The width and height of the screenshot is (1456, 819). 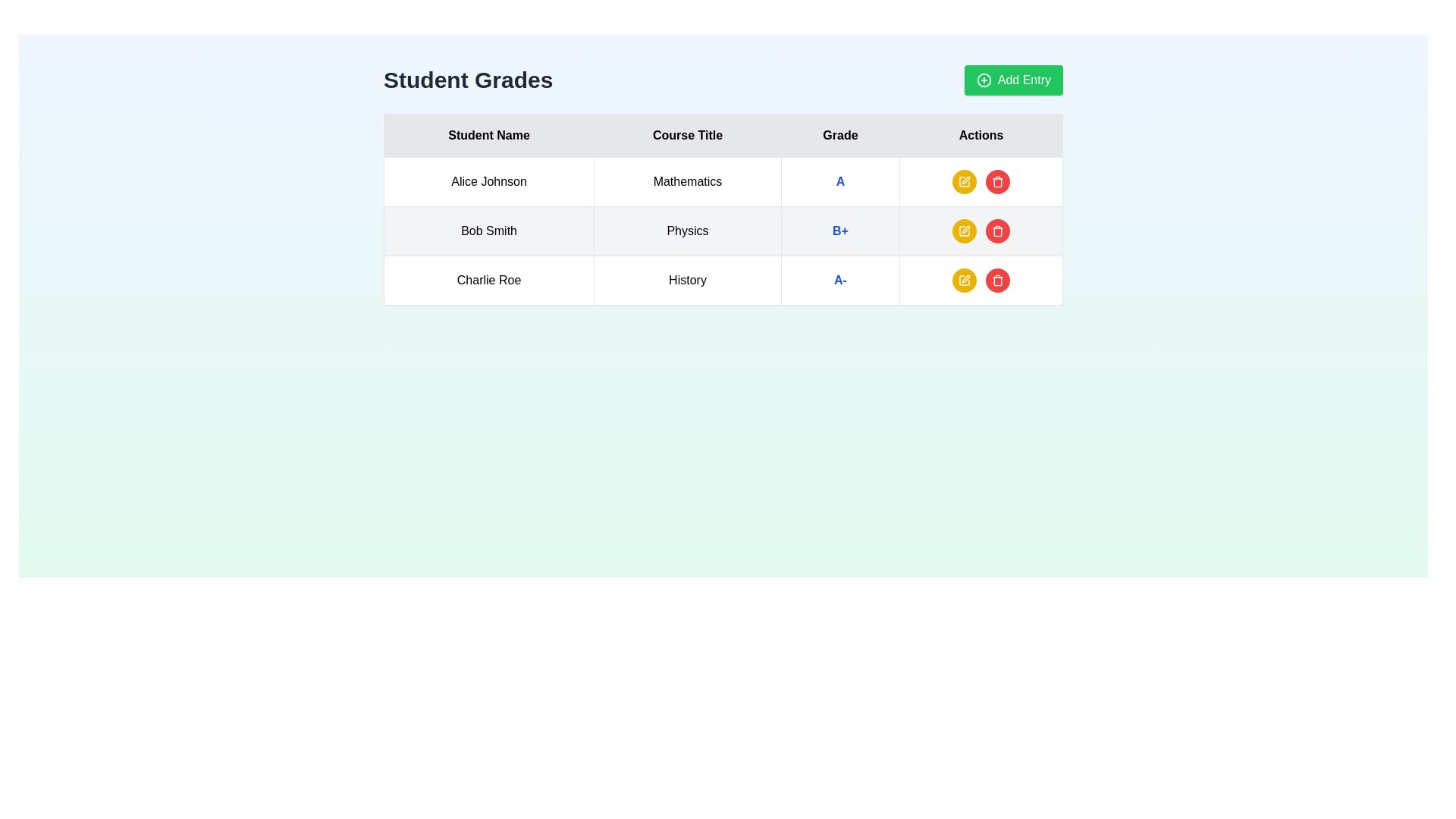 What do you see at coordinates (839, 180) in the screenshot?
I see `the static text element displaying the grade 'A' for student Alice Johnson in the Mathematics course, located in the Grade column of the table` at bounding box center [839, 180].